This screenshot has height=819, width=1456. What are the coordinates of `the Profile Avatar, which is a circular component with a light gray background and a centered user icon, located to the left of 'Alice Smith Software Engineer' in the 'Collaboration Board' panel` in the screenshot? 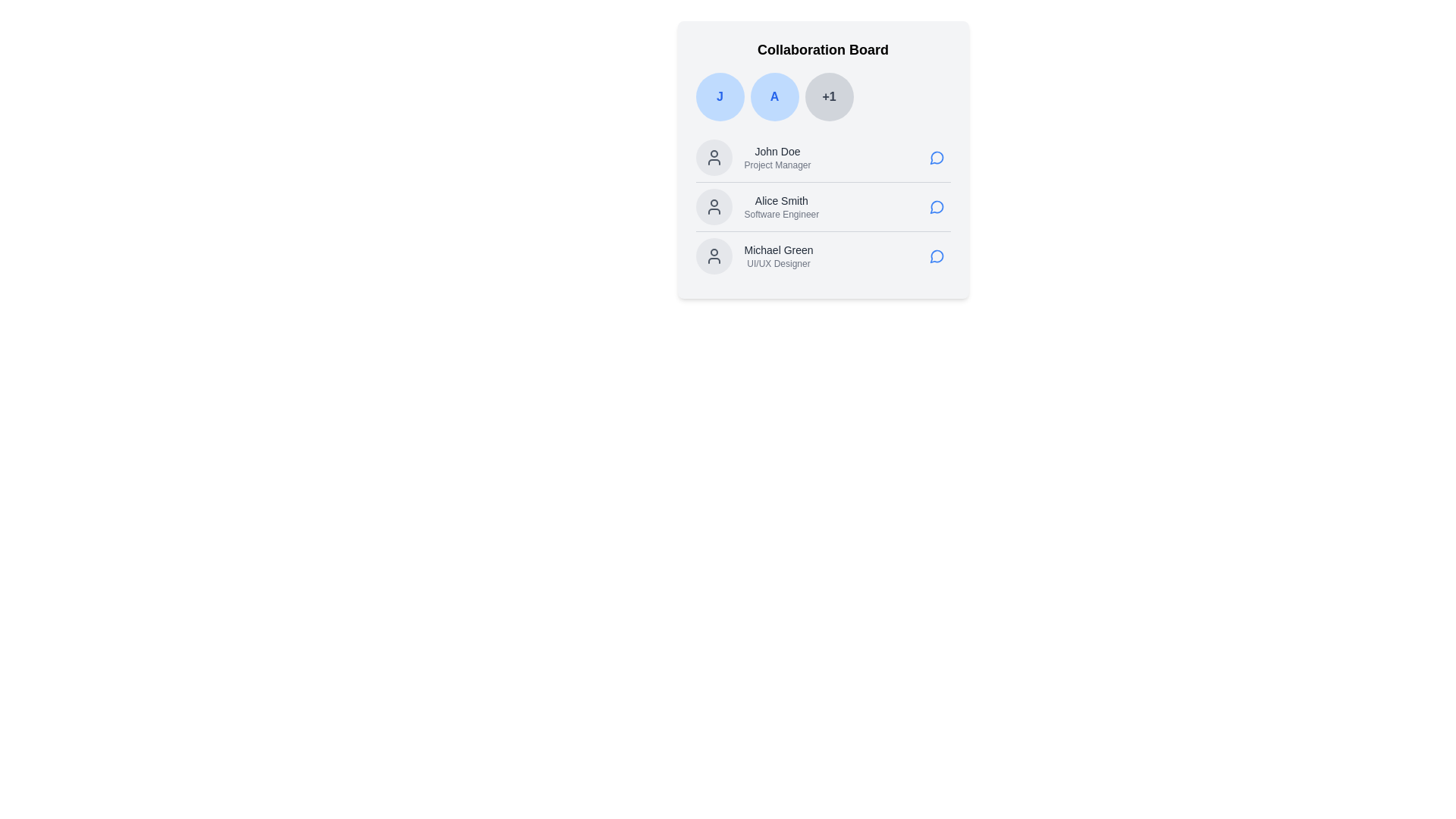 It's located at (713, 207).